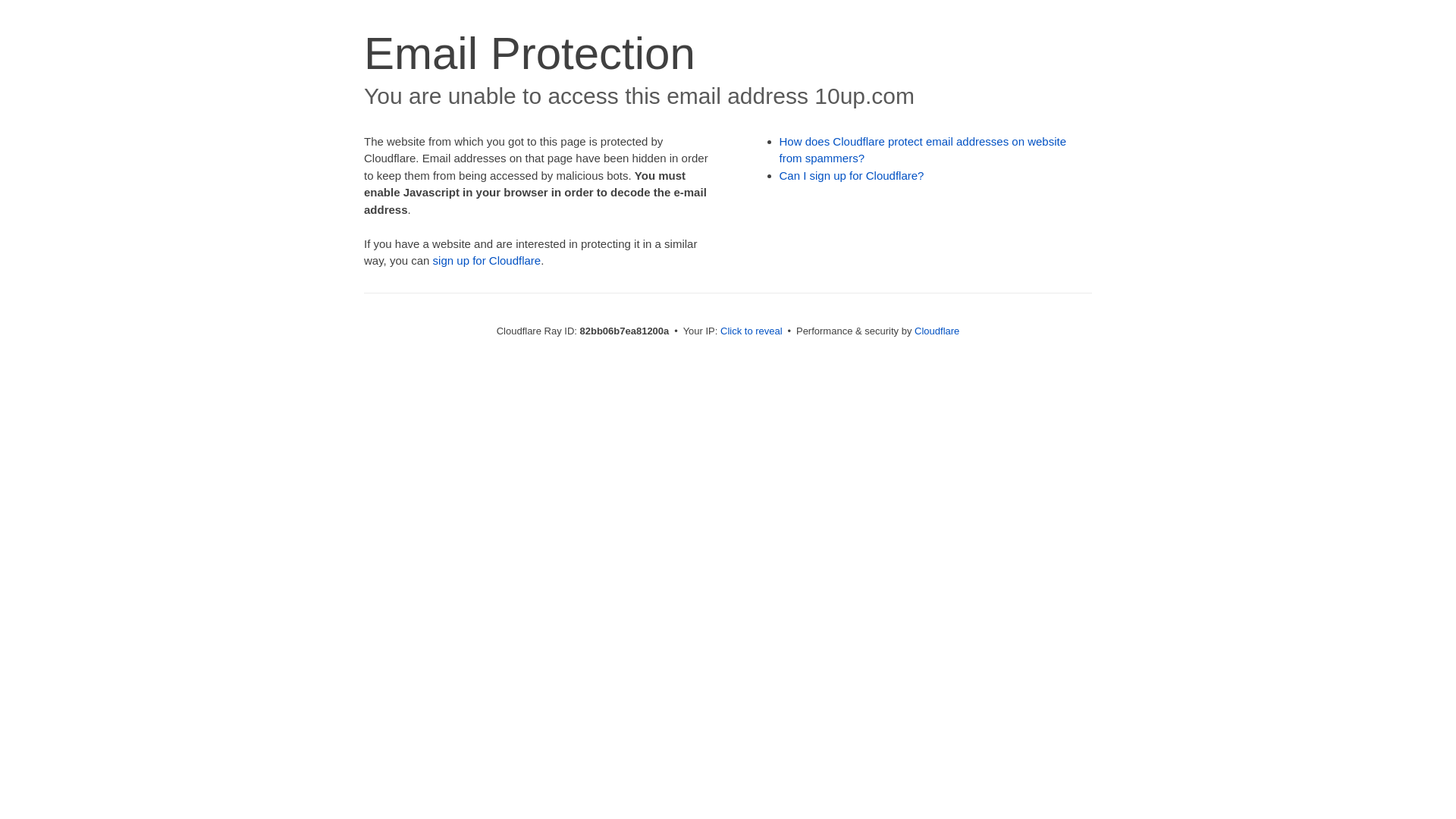  Describe the element at coordinates (432, 259) in the screenshot. I see `'sign up for Cloudflare'` at that location.